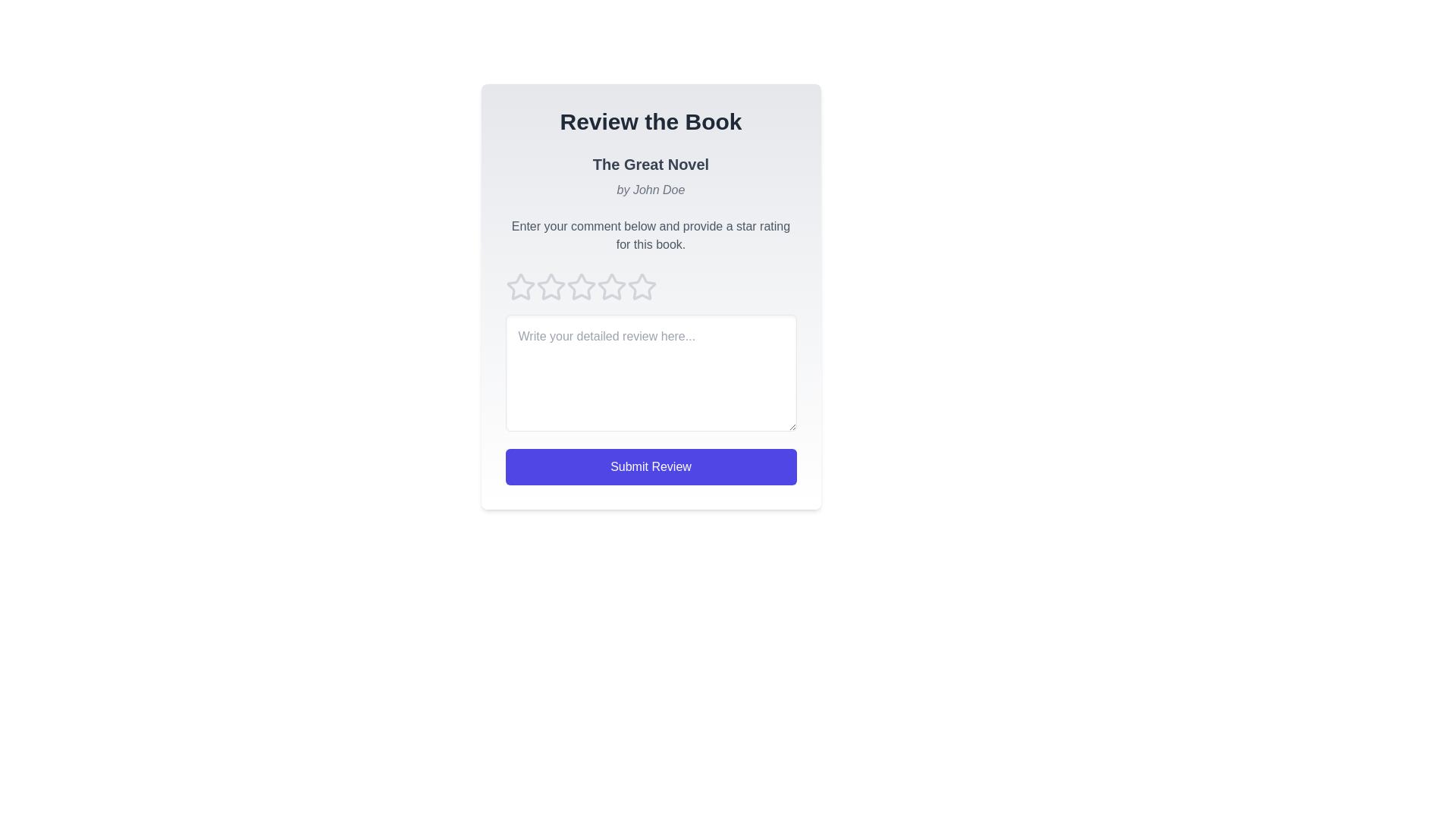 Image resolution: width=1456 pixels, height=819 pixels. What do you see at coordinates (651, 373) in the screenshot?
I see `the text area to focus and prepare for text entry` at bounding box center [651, 373].